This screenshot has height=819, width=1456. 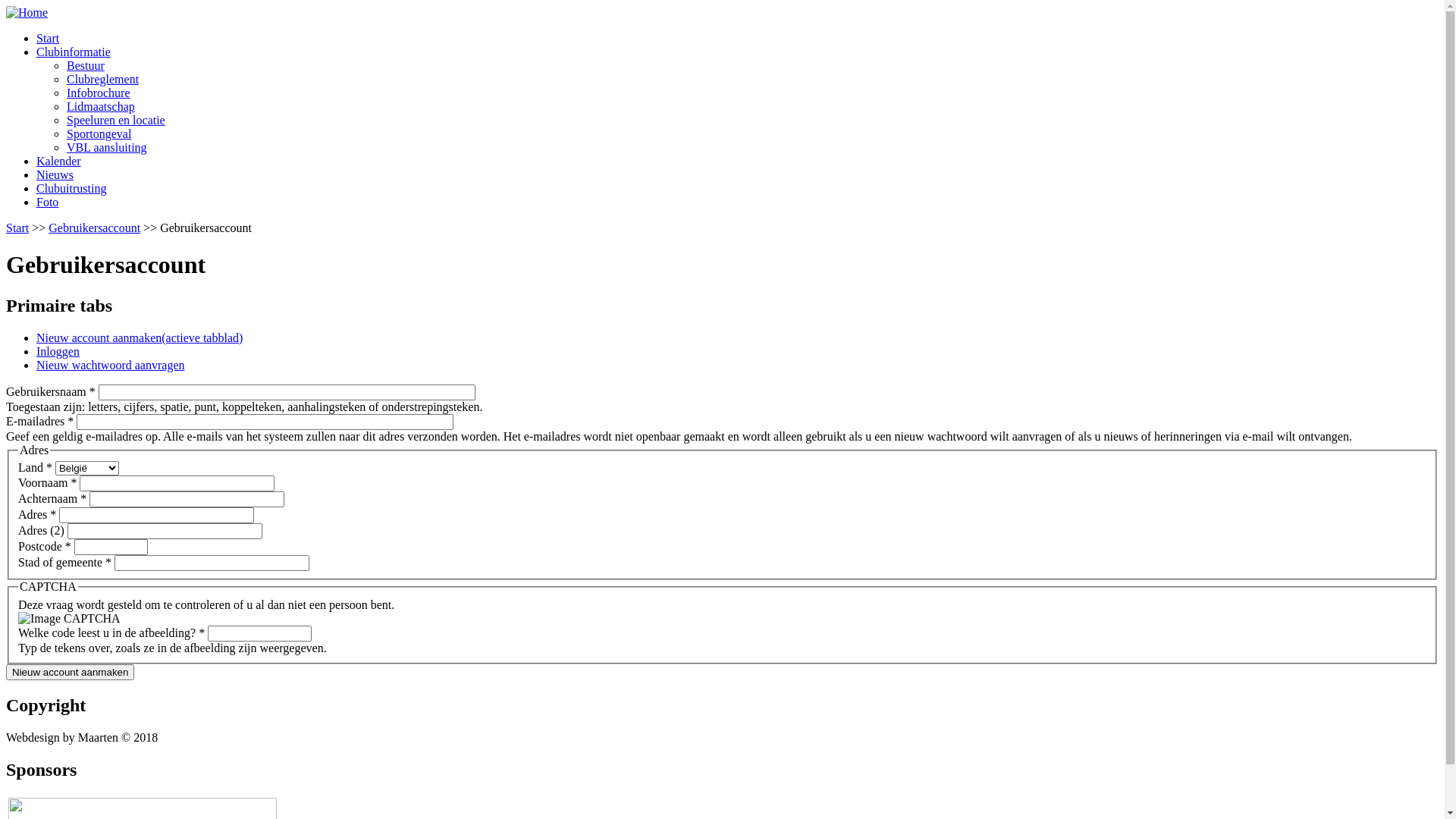 I want to click on 'Start', so click(x=17, y=227).